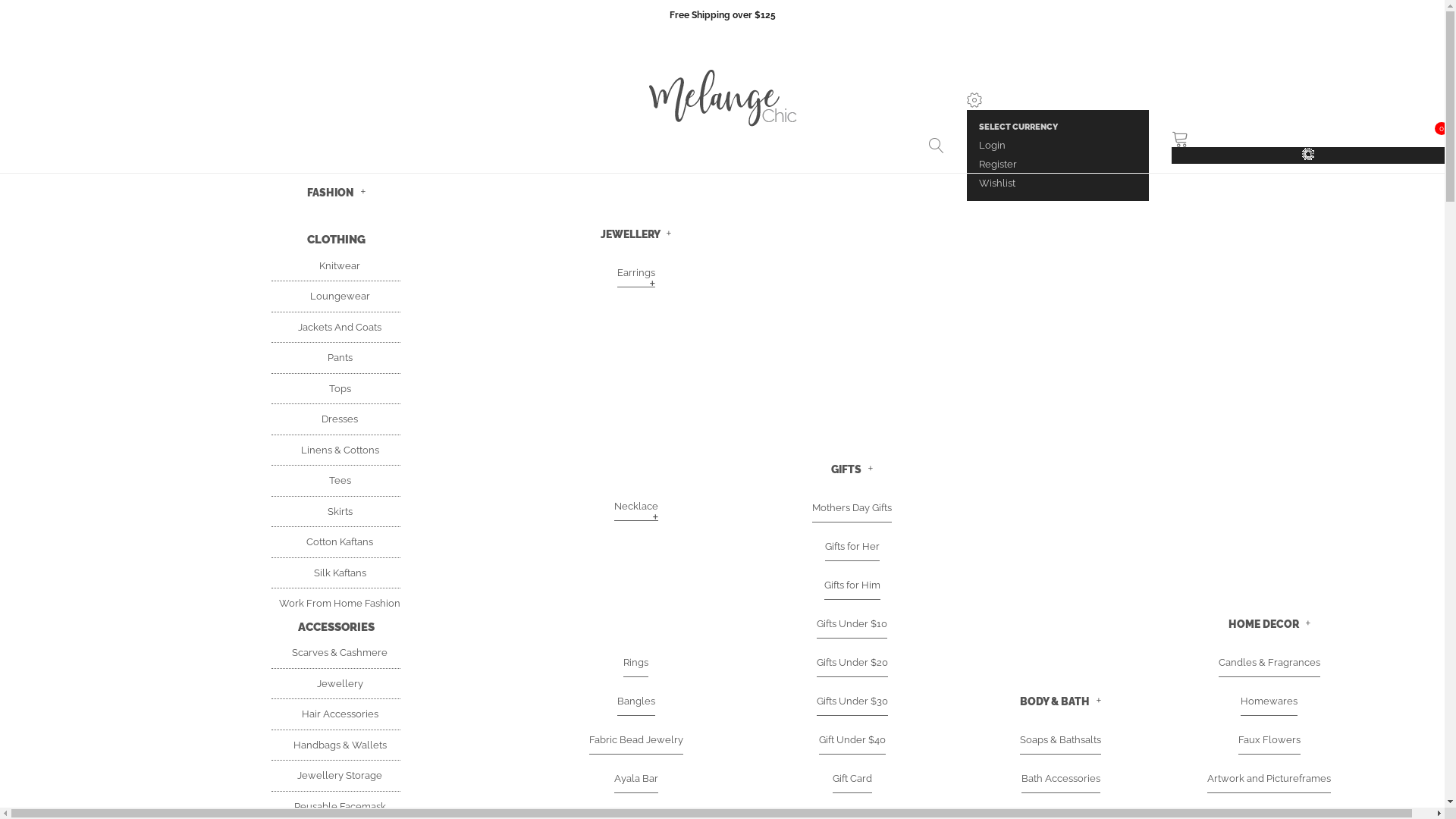 This screenshot has width=1456, height=819. Describe the element at coordinates (334, 191) in the screenshot. I see `'FASHION'` at that location.